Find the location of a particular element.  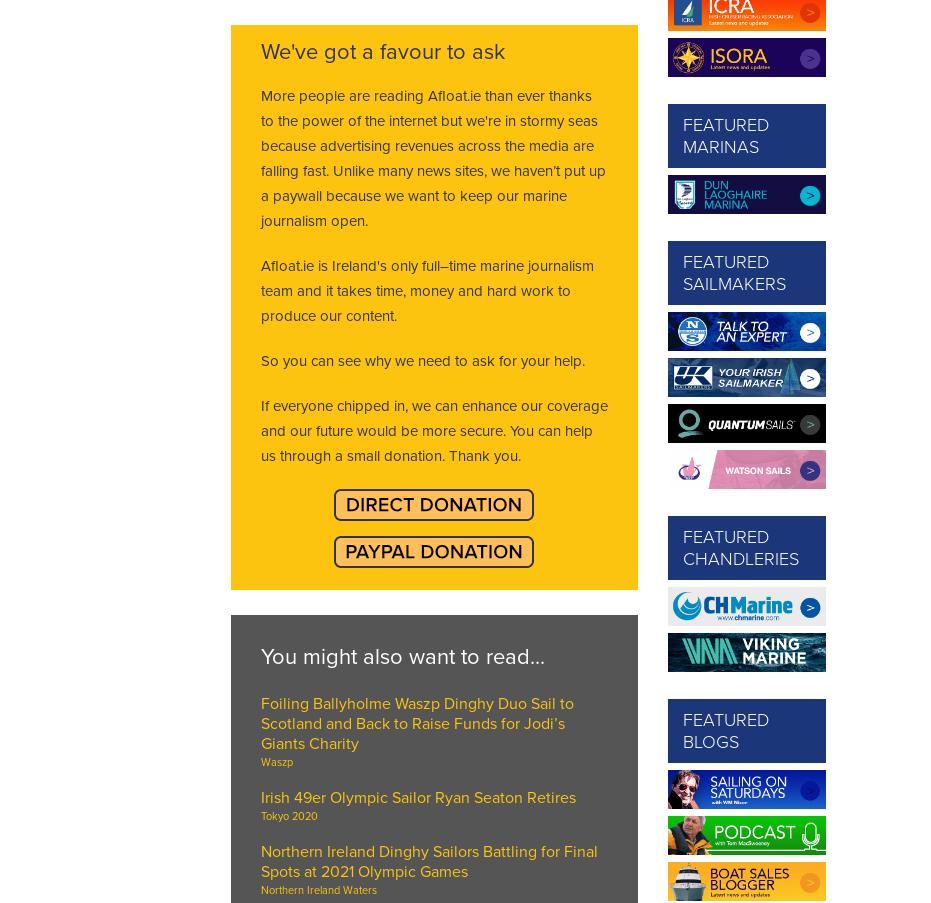

'If everyone chipped in, we can enhance our coverage and our future would be more secure. You can help us through a small donation. Thank you.' is located at coordinates (432, 430).